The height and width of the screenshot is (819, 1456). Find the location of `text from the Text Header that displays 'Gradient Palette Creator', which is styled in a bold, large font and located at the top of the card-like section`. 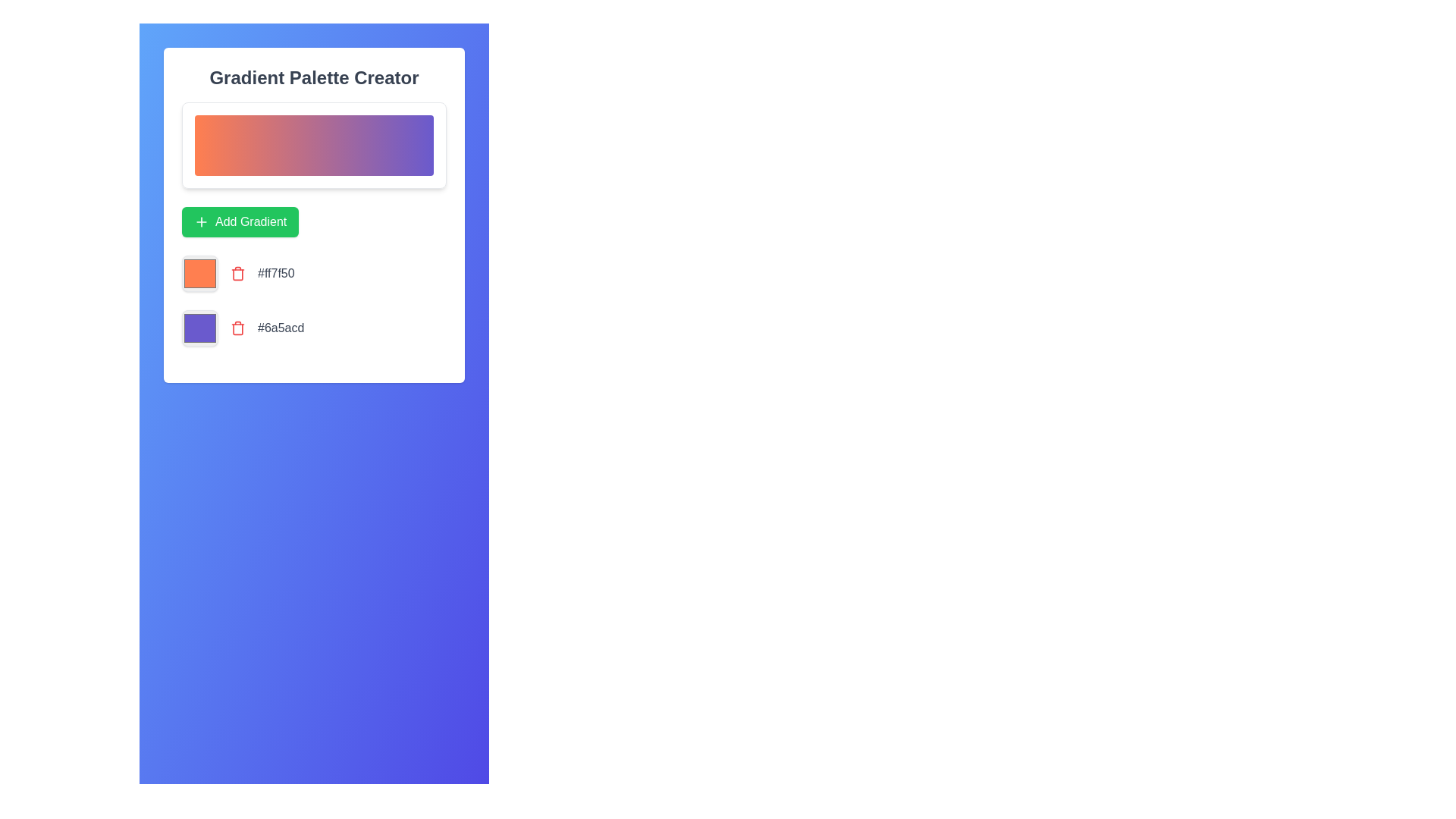

text from the Text Header that displays 'Gradient Palette Creator', which is styled in a bold, large font and located at the top of the card-like section is located at coordinates (313, 78).